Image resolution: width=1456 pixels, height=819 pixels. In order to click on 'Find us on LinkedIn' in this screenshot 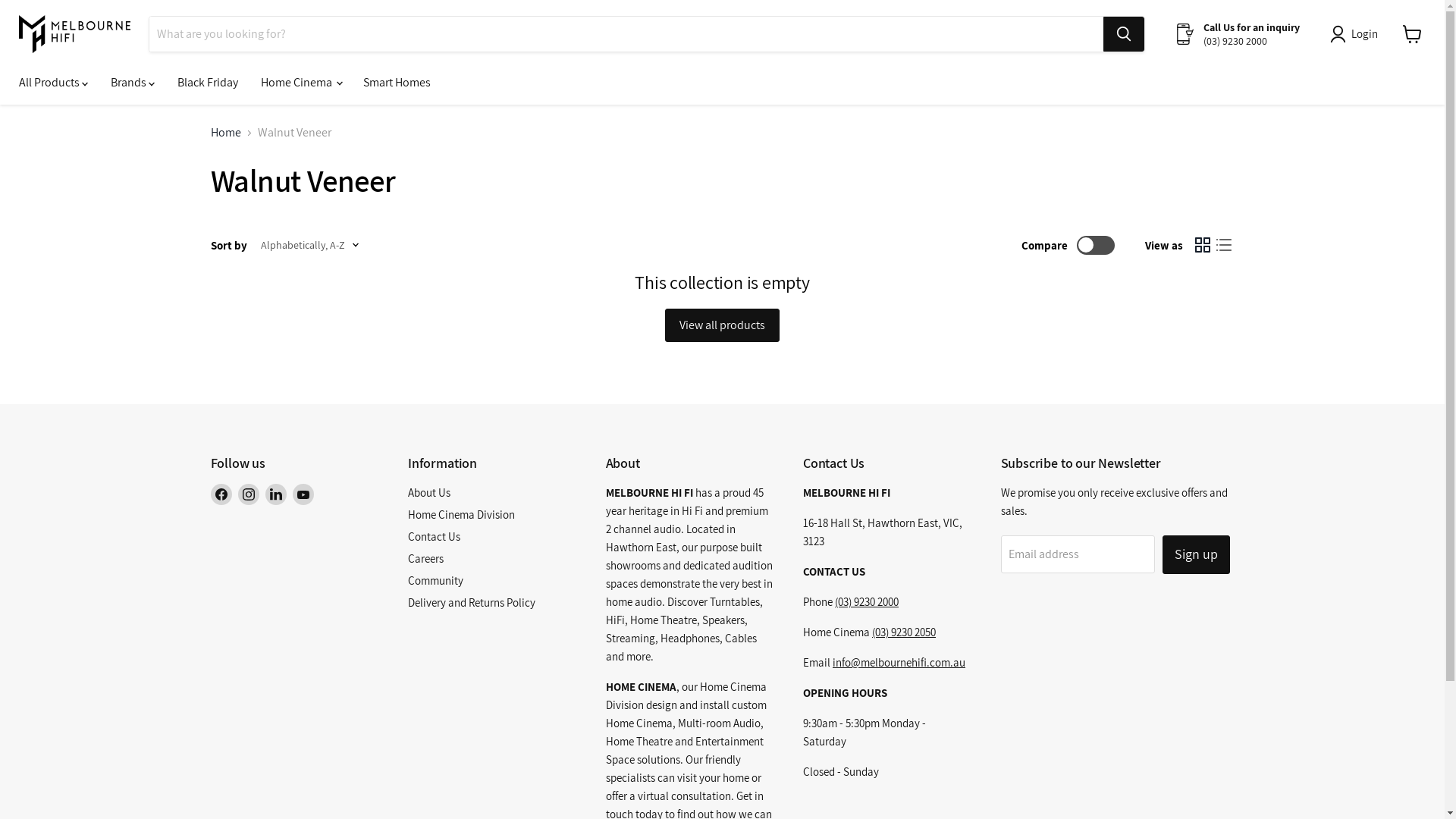, I will do `click(276, 494)`.